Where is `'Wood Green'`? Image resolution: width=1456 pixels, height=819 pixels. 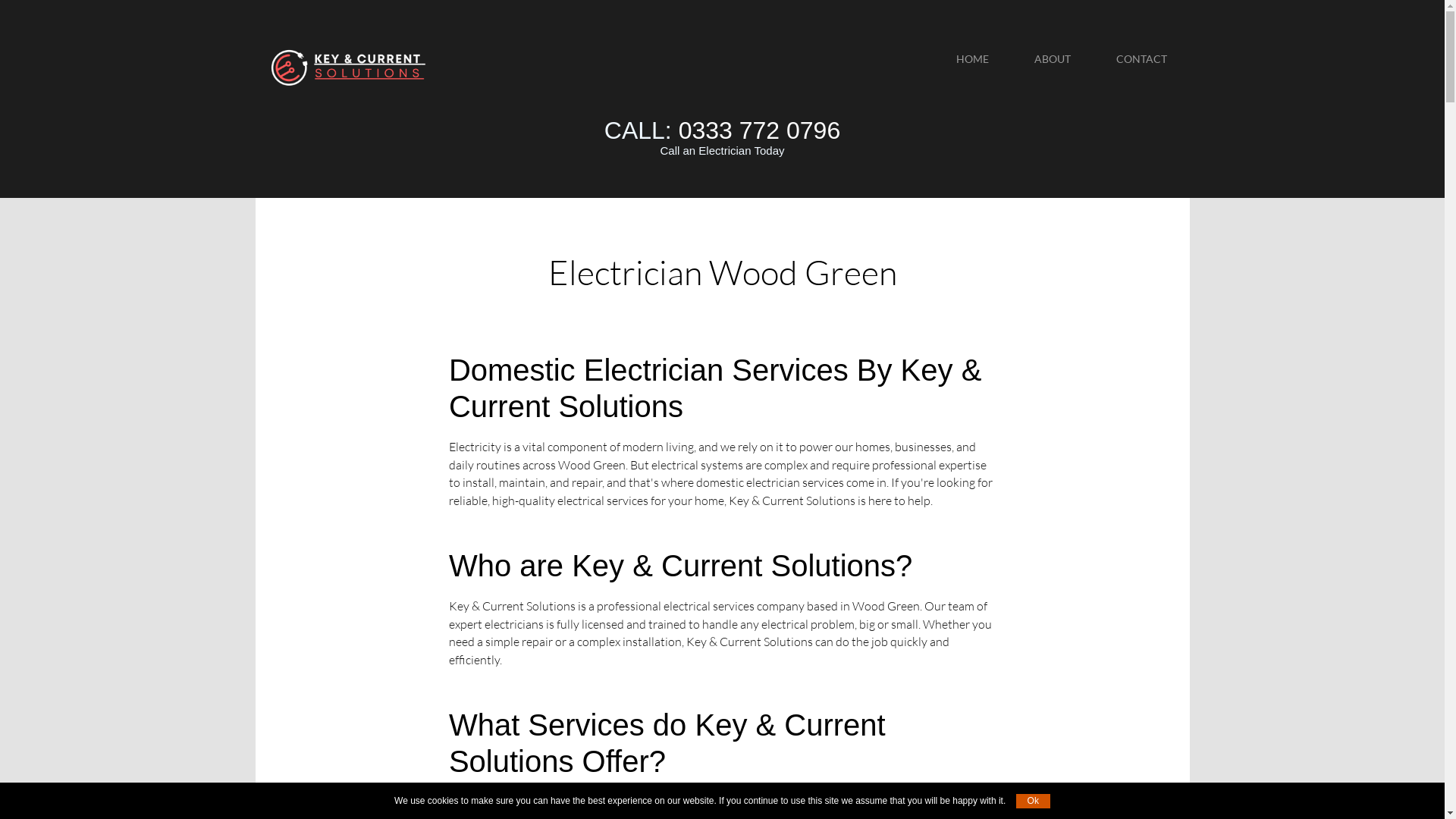
'Wood Green' is located at coordinates (349, 68).